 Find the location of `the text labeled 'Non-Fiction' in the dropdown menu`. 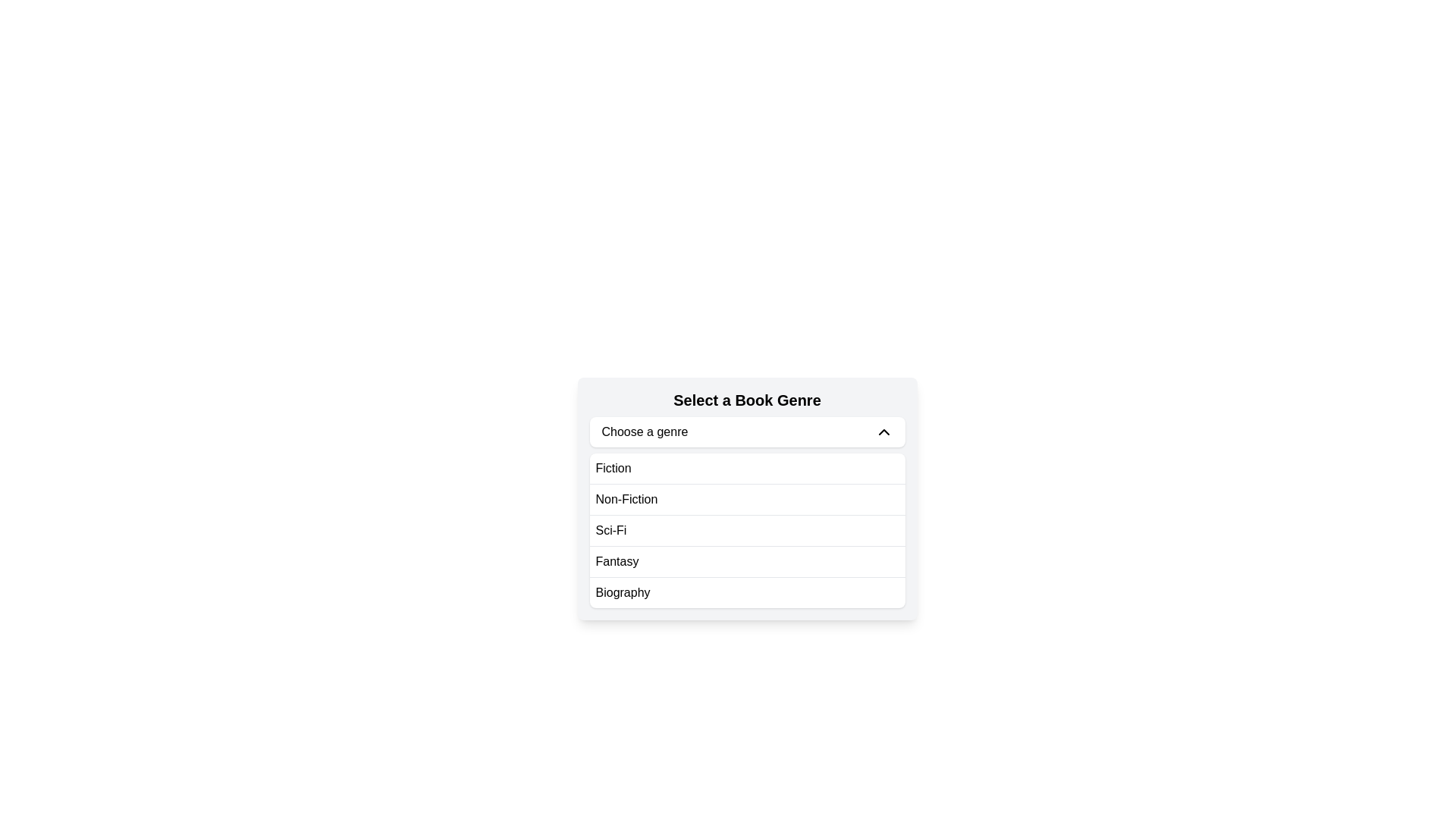

the text labeled 'Non-Fiction' in the dropdown menu is located at coordinates (626, 500).